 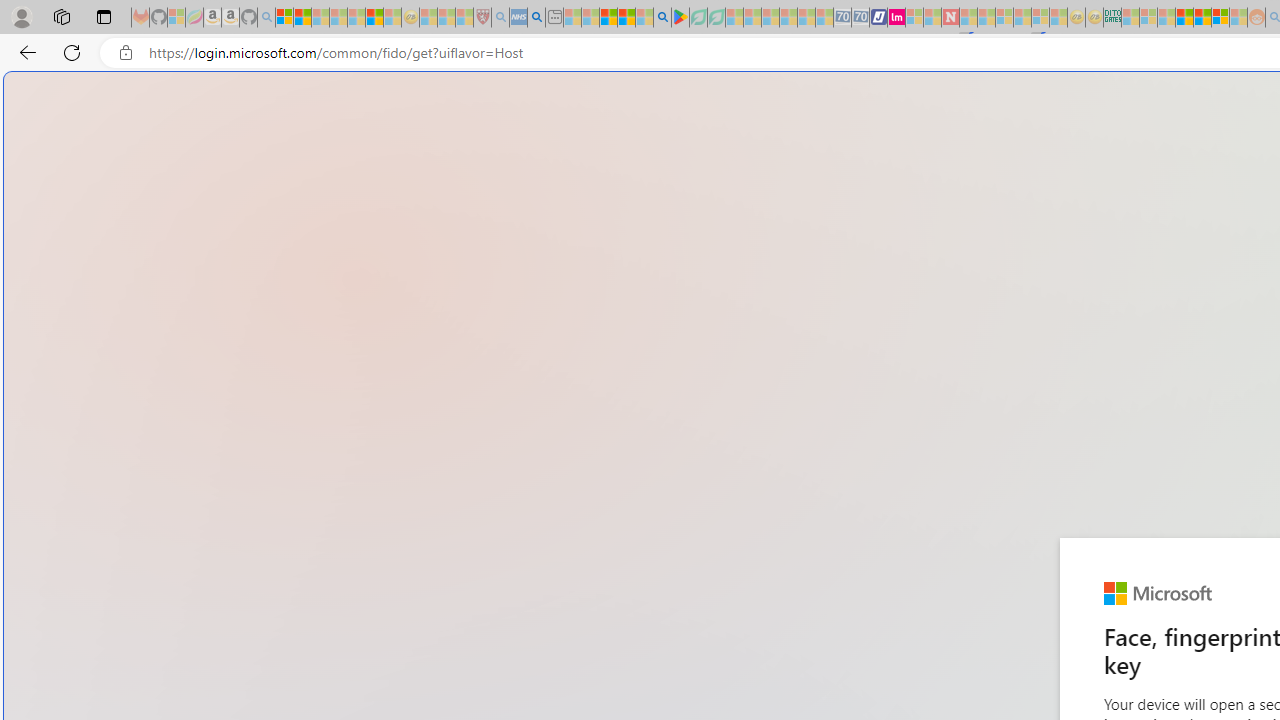 What do you see at coordinates (680, 17) in the screenshot?
I see `'Bluey: Let'` at bounding box center [680, 17].